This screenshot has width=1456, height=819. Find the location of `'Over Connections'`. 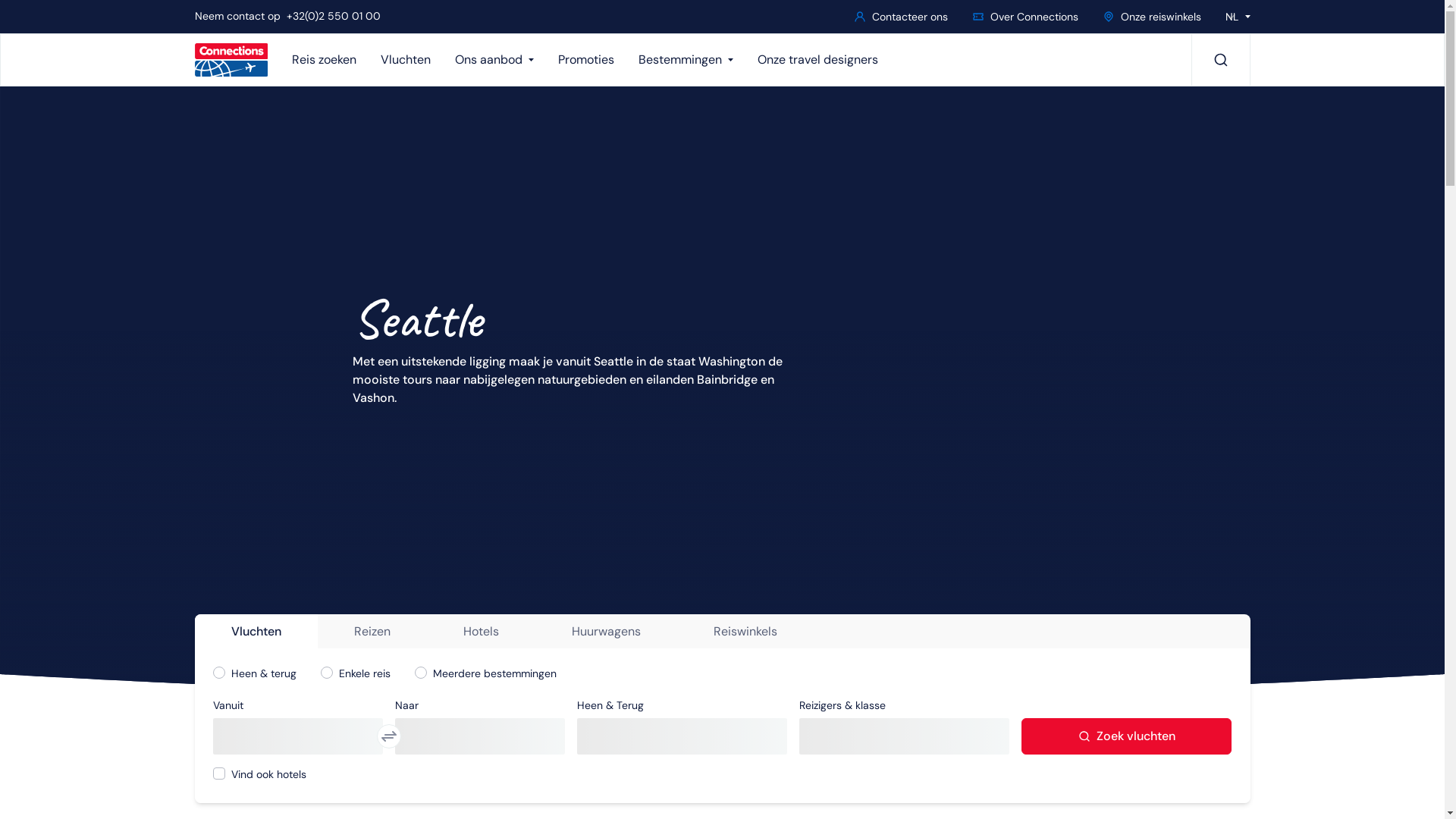

'Over Connections' is located at coordinates (965, 17).